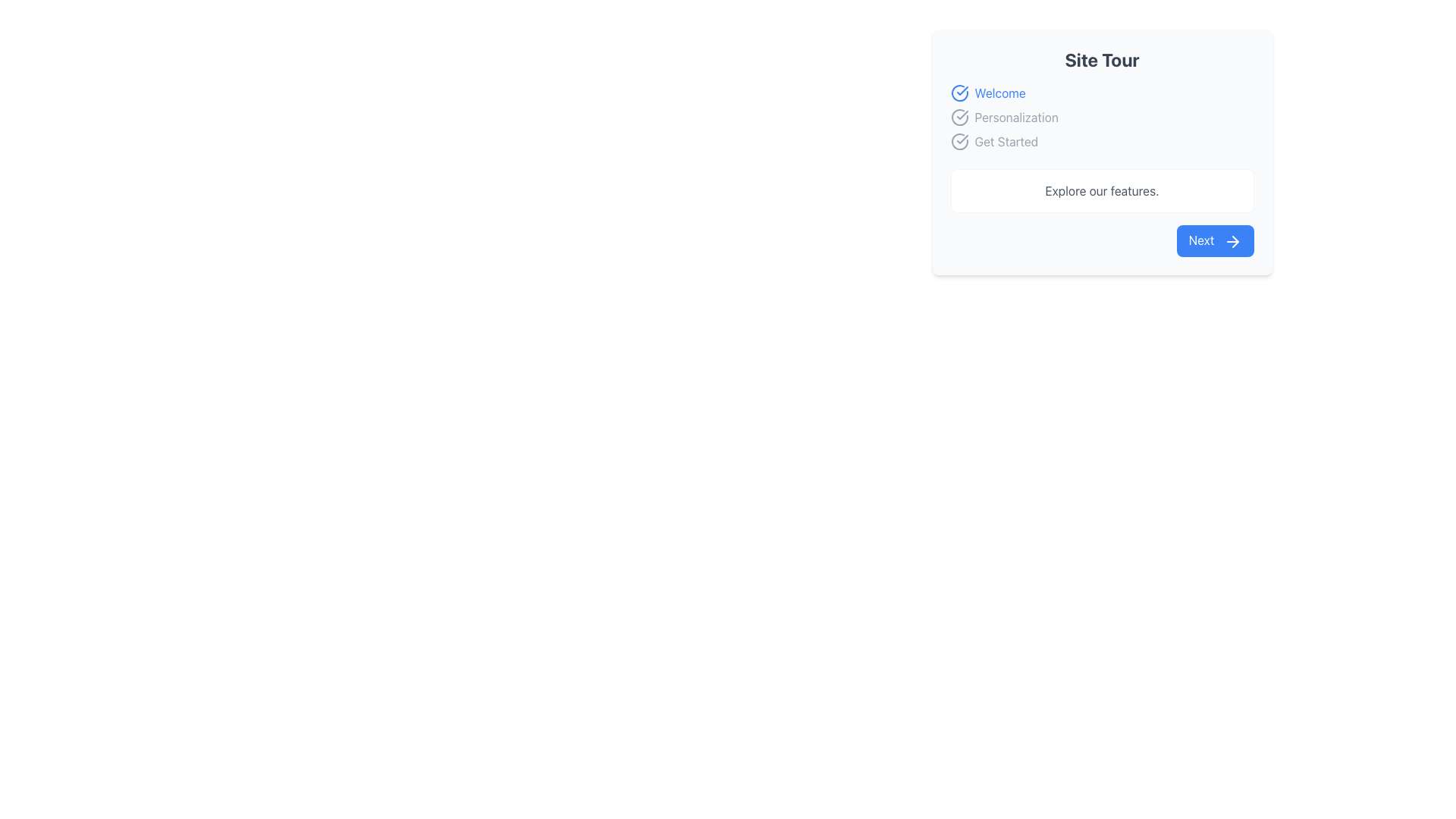 This screenshot has width=1456, height=819. Describe the element at coordinates (1232, 240) in the screenshot. I see `the 'Next' button located at the bottom-right corner of the card-like section` at that location.